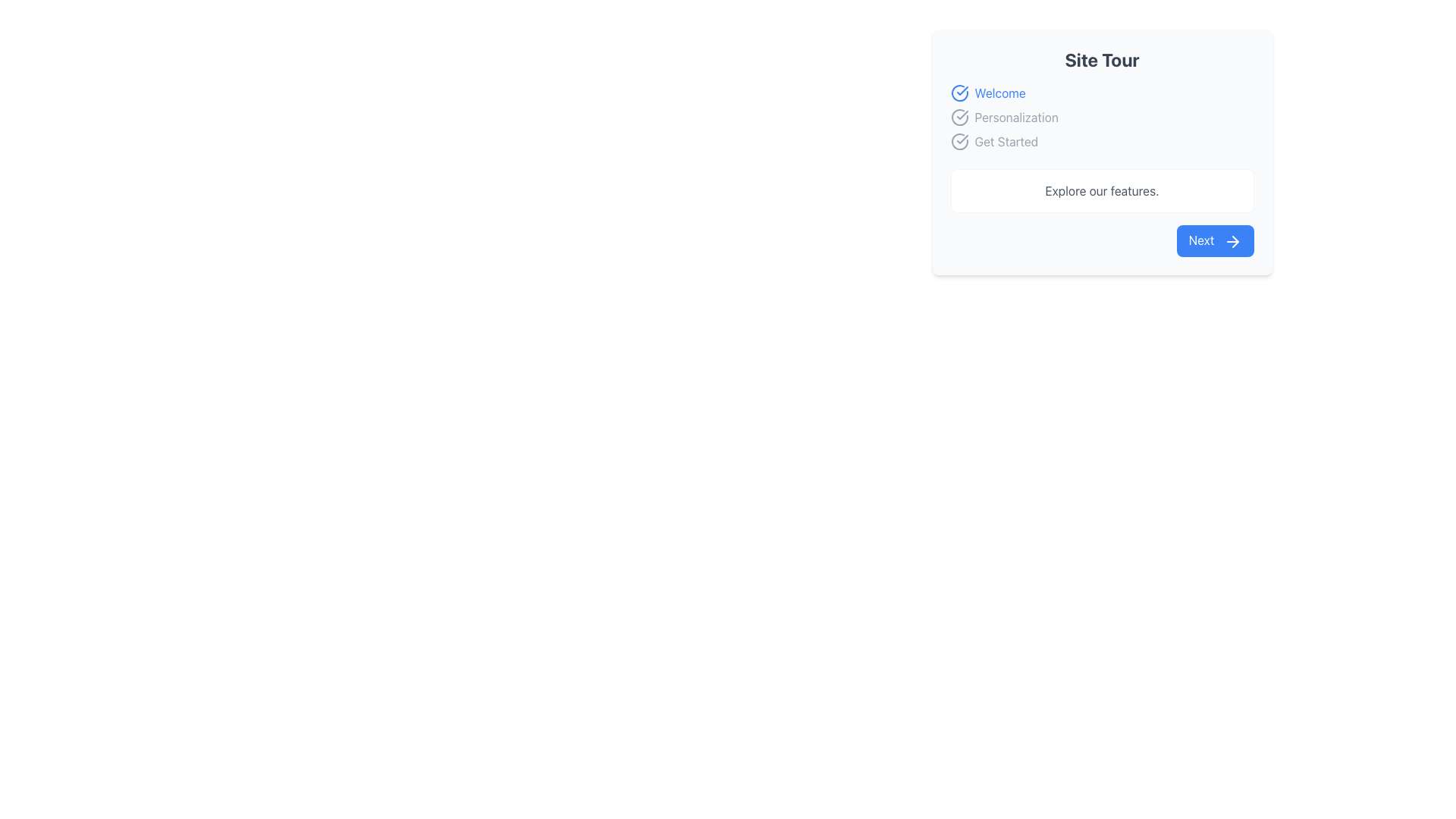 This screenshot has width=1456, height=819. Describe the element at coordinates (1232, 240) in the screenshot. I see `the 'Next' button located at the bottom-right corner of the card-like section` at that location.